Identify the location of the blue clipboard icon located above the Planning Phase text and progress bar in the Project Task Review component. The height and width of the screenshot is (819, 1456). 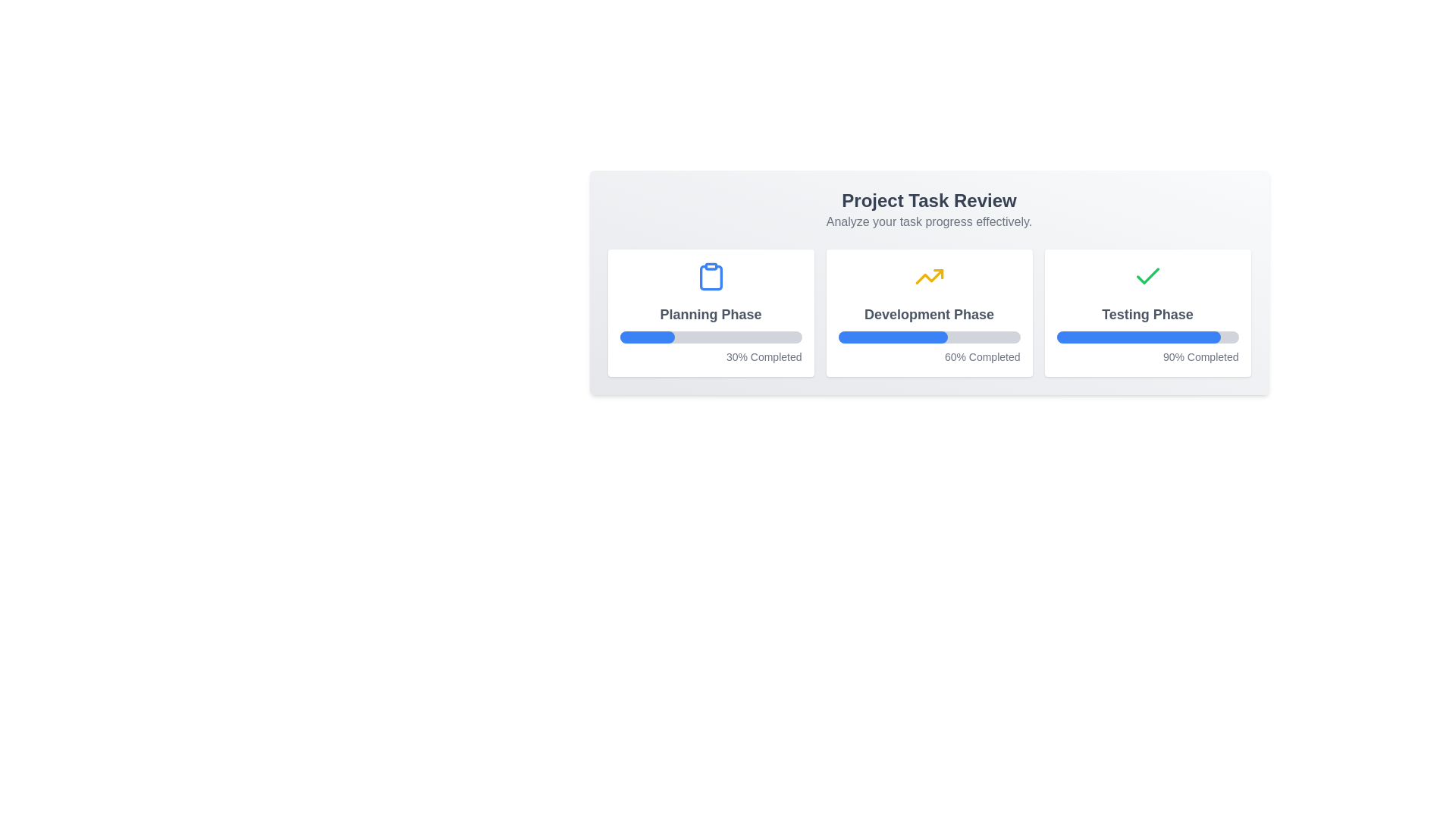
(710, 277).